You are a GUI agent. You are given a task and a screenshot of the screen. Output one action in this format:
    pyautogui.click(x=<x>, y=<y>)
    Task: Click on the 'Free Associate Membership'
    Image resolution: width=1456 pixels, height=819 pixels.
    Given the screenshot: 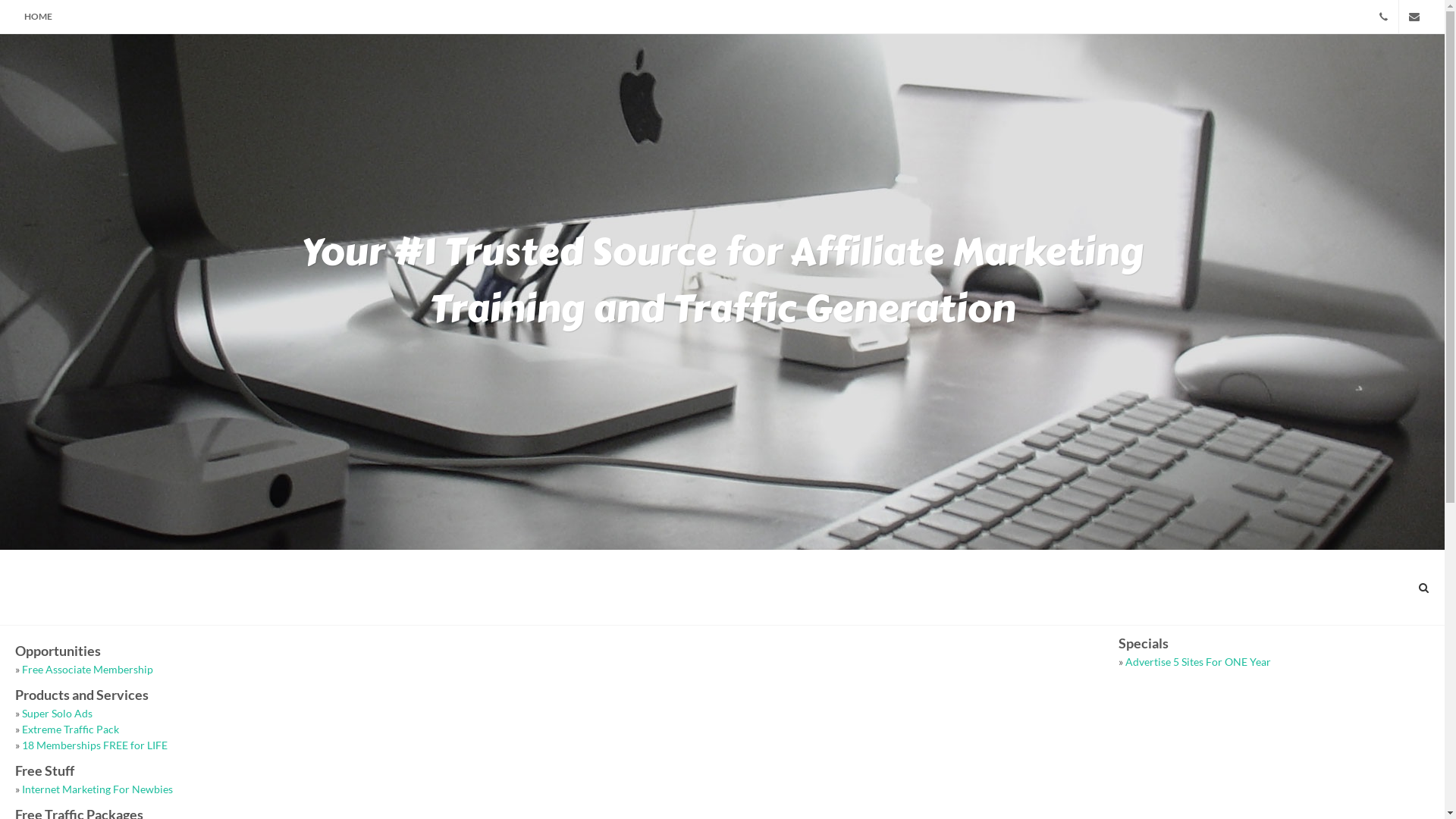 What is the action you would take?
    pyautogui.click(x=86, y=668)
    